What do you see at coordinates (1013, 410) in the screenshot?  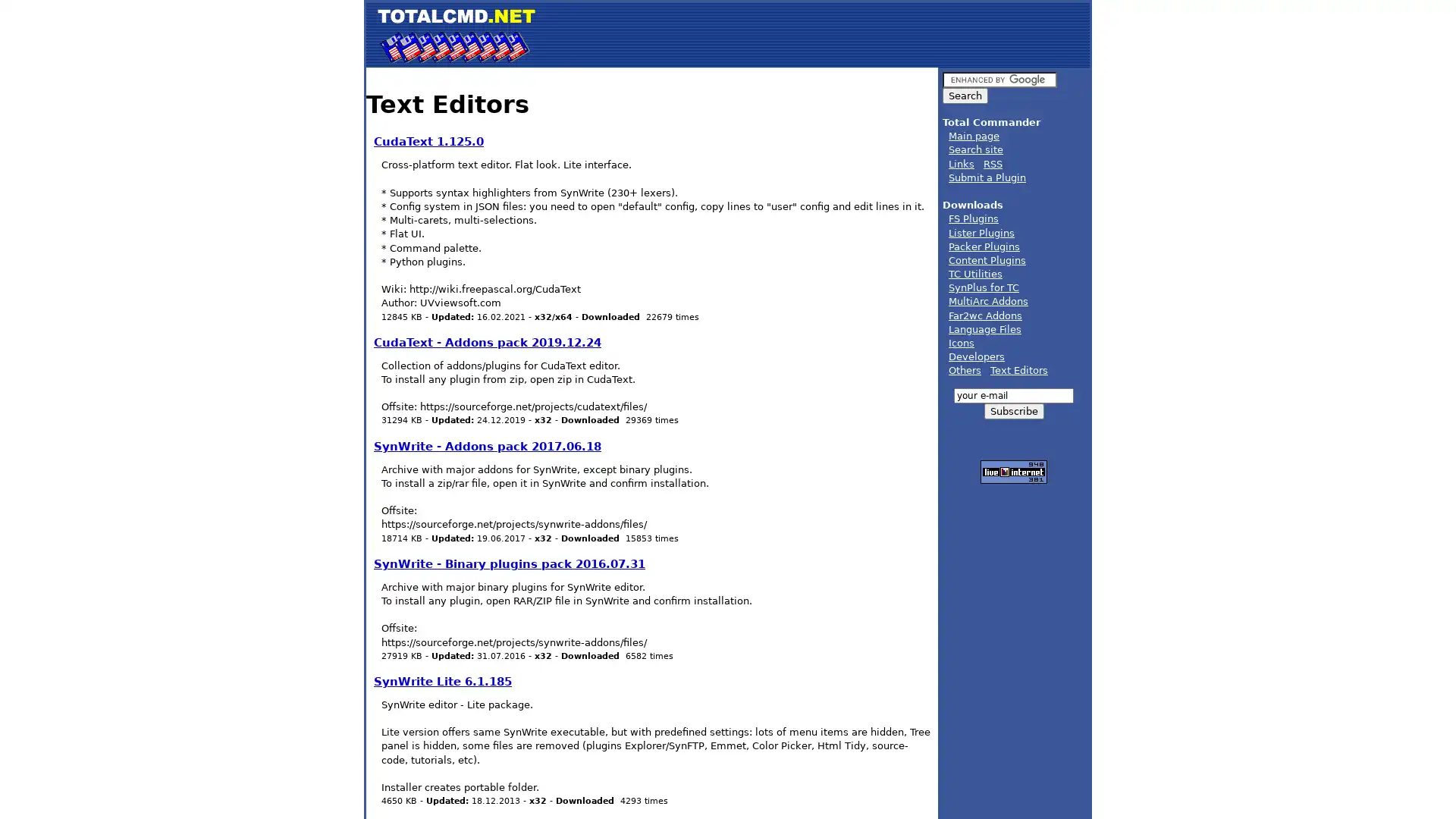 I see `Subscribe` at bounding box center [1013, 410].